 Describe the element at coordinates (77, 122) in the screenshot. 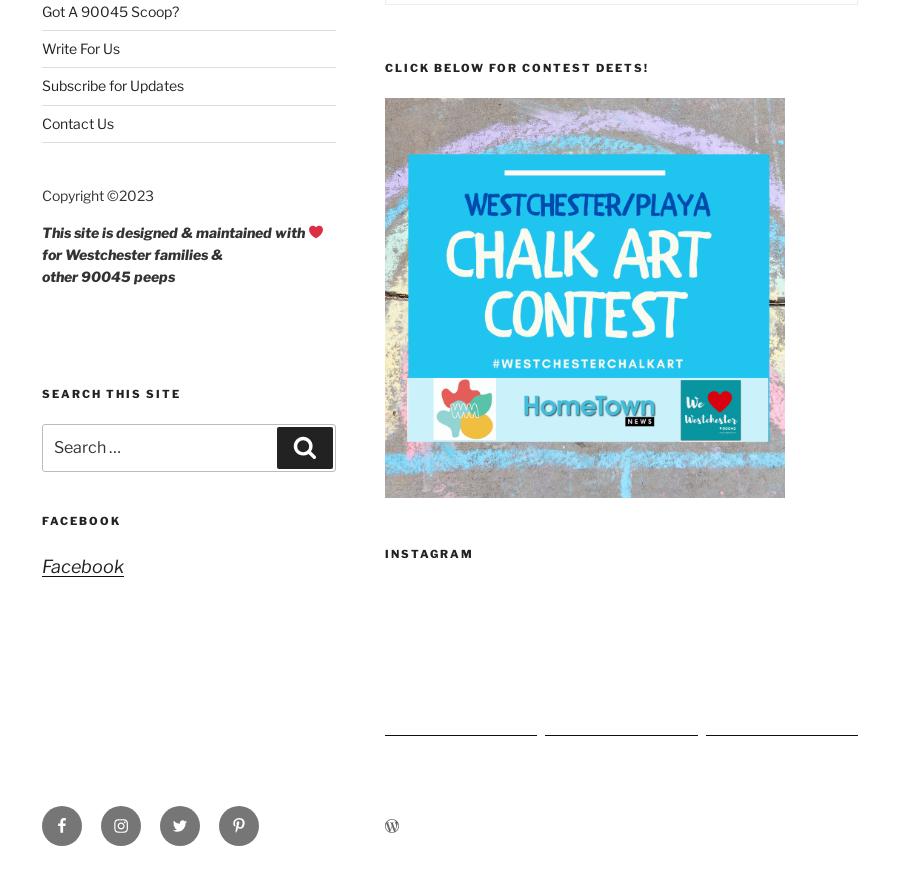

I see `'Contact Us'` at that location.